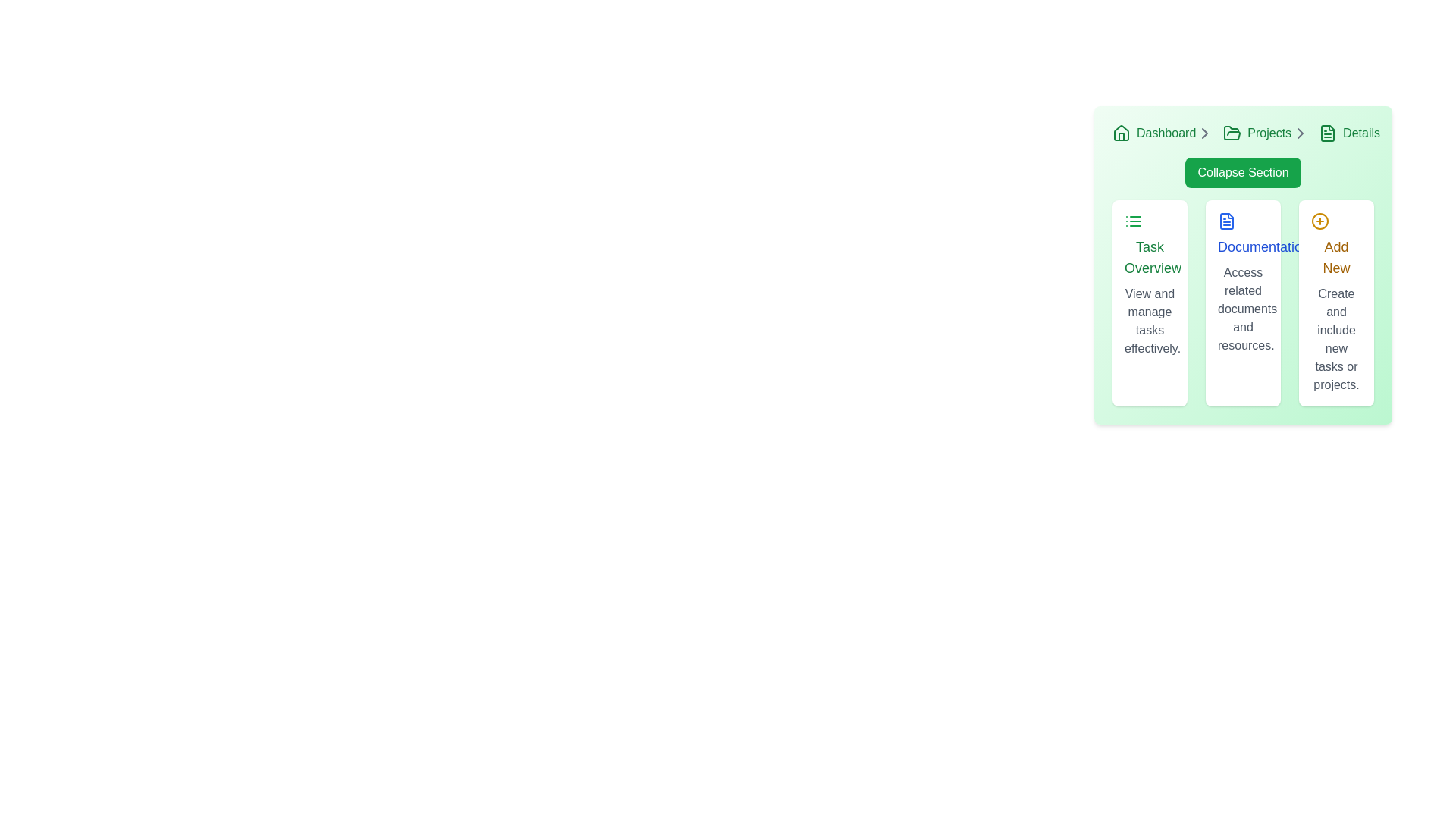  Describe the element at coordinates (1150, 321) in the screenshot. I see `the static text element located in the first column below the 'Task Overview' heading, which provides additional descriptive information about the section` at that location.